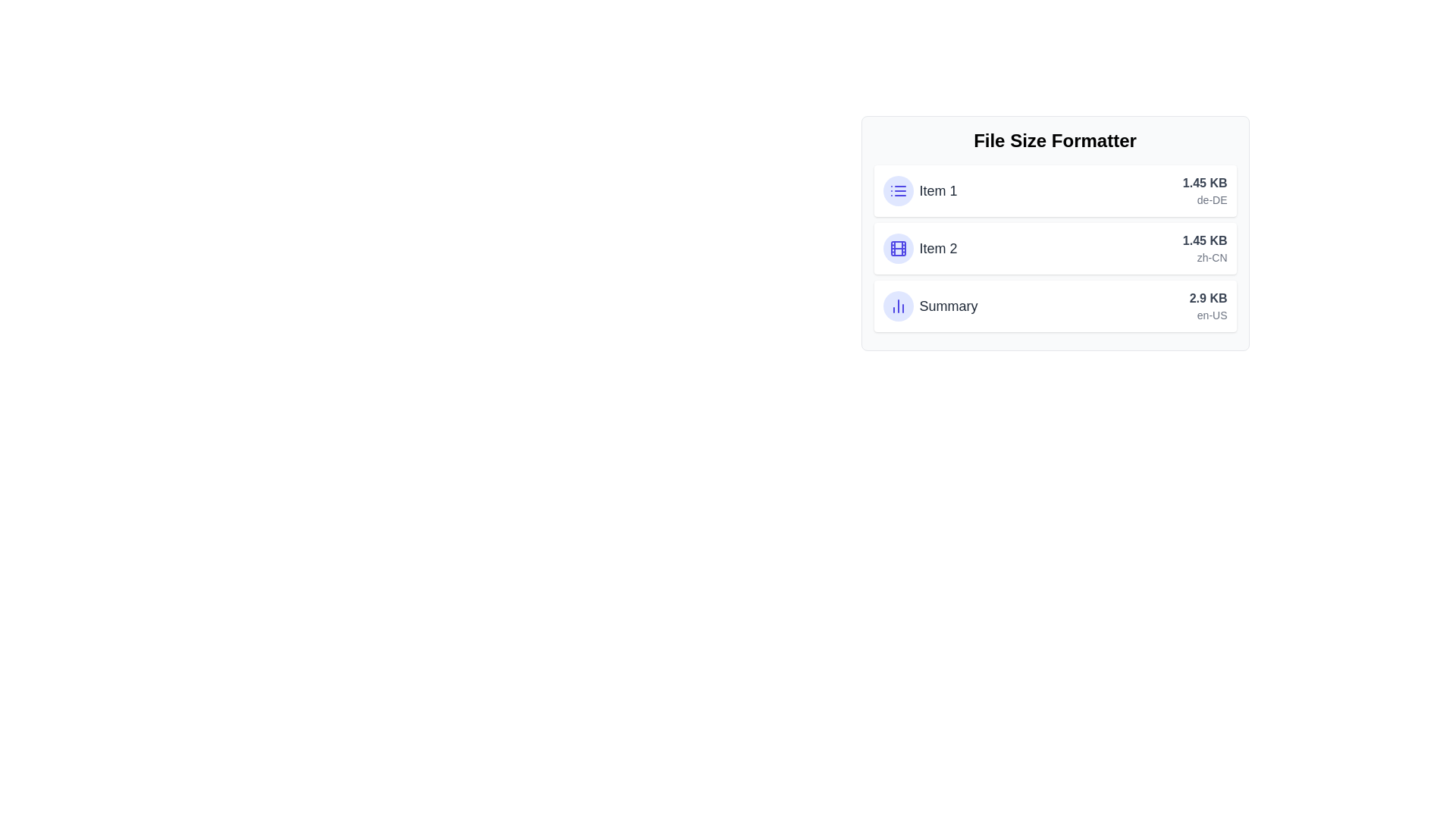 The image size is (1456, 819). What do you see at coordinates (1207, 315) in the screenshot?
I see `the 'en-US' text label located in the bottom-right section of the 'Summary' row in the 'File Size Formatter' panel, which acts as a localization indicator for the language associated with the 'Summary' data row` at bounding box center [1207, 315].